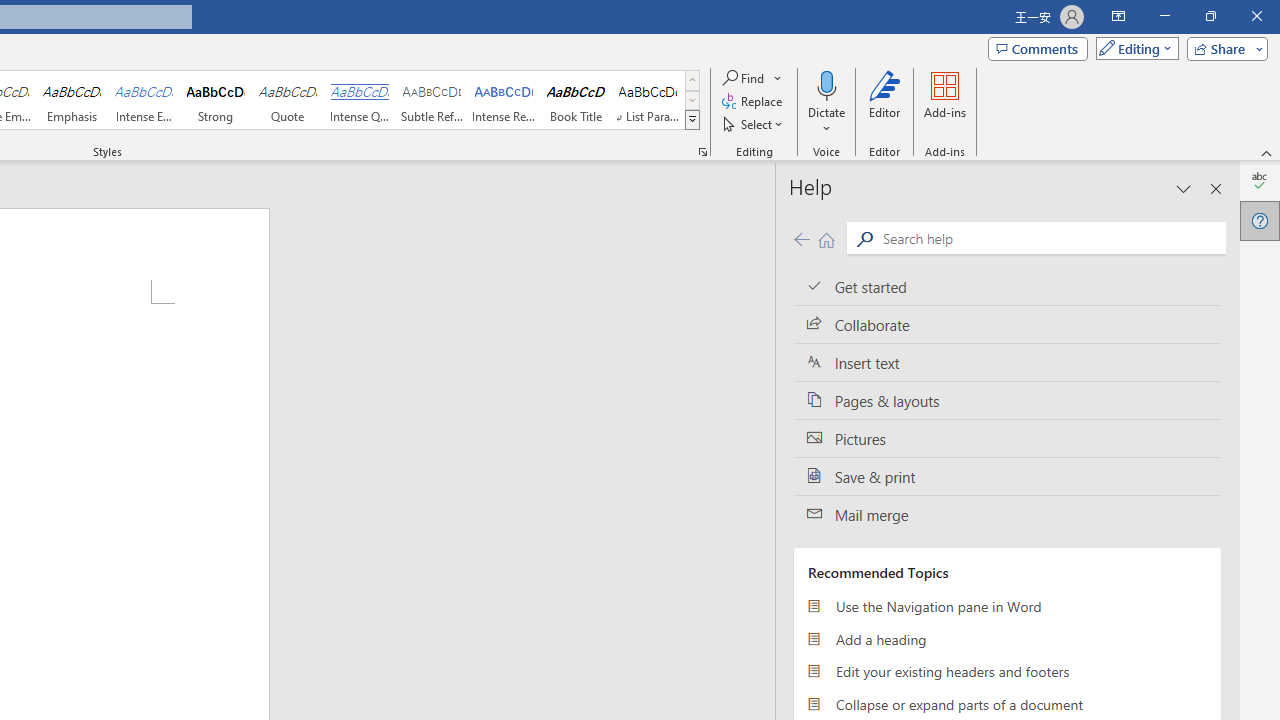  I want to click on 'Emphasis', so click(71, 100).